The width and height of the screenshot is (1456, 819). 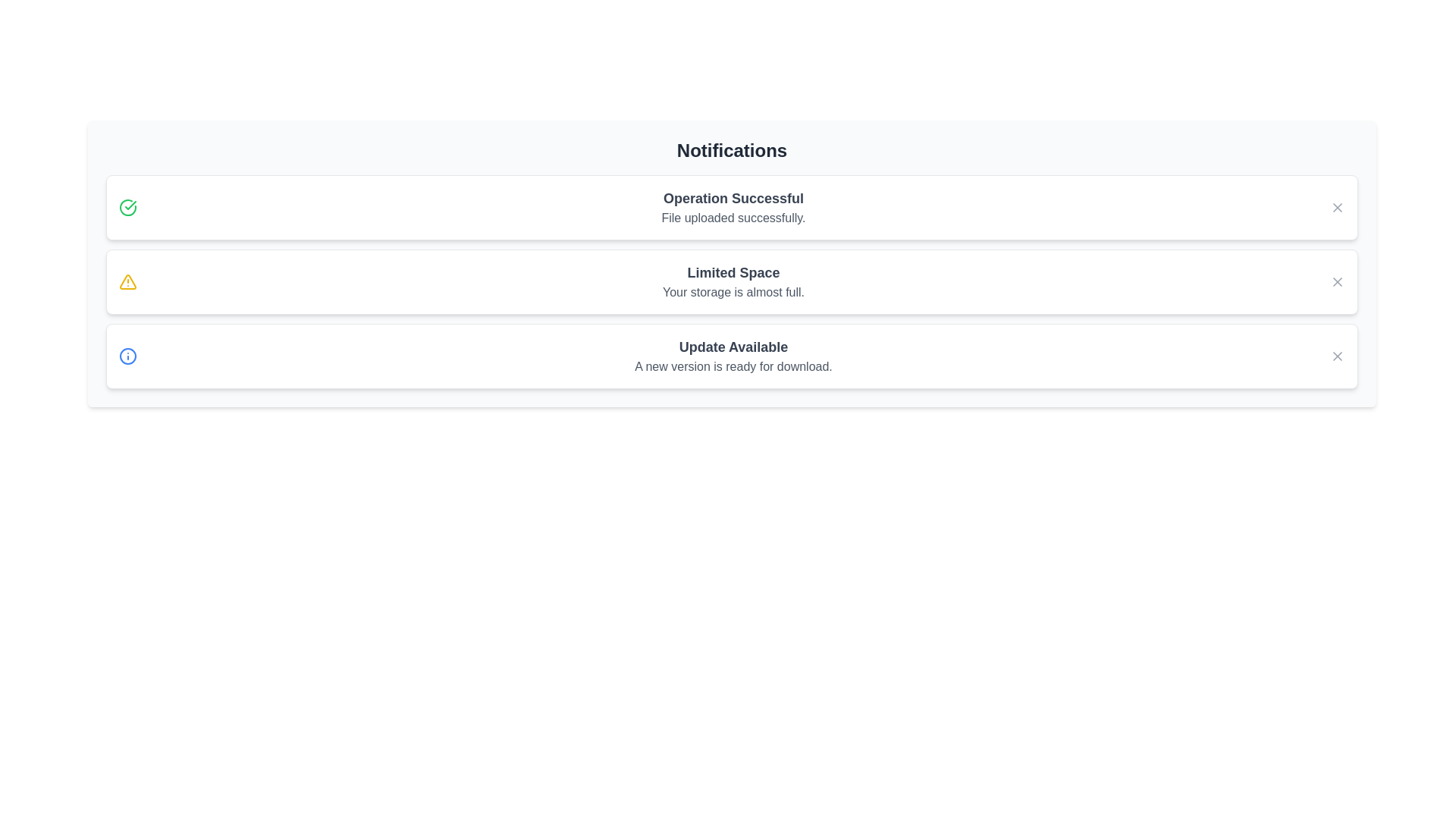 I want to click on the close button of the notification with title Limited Space, so click(x=1337, y=281).